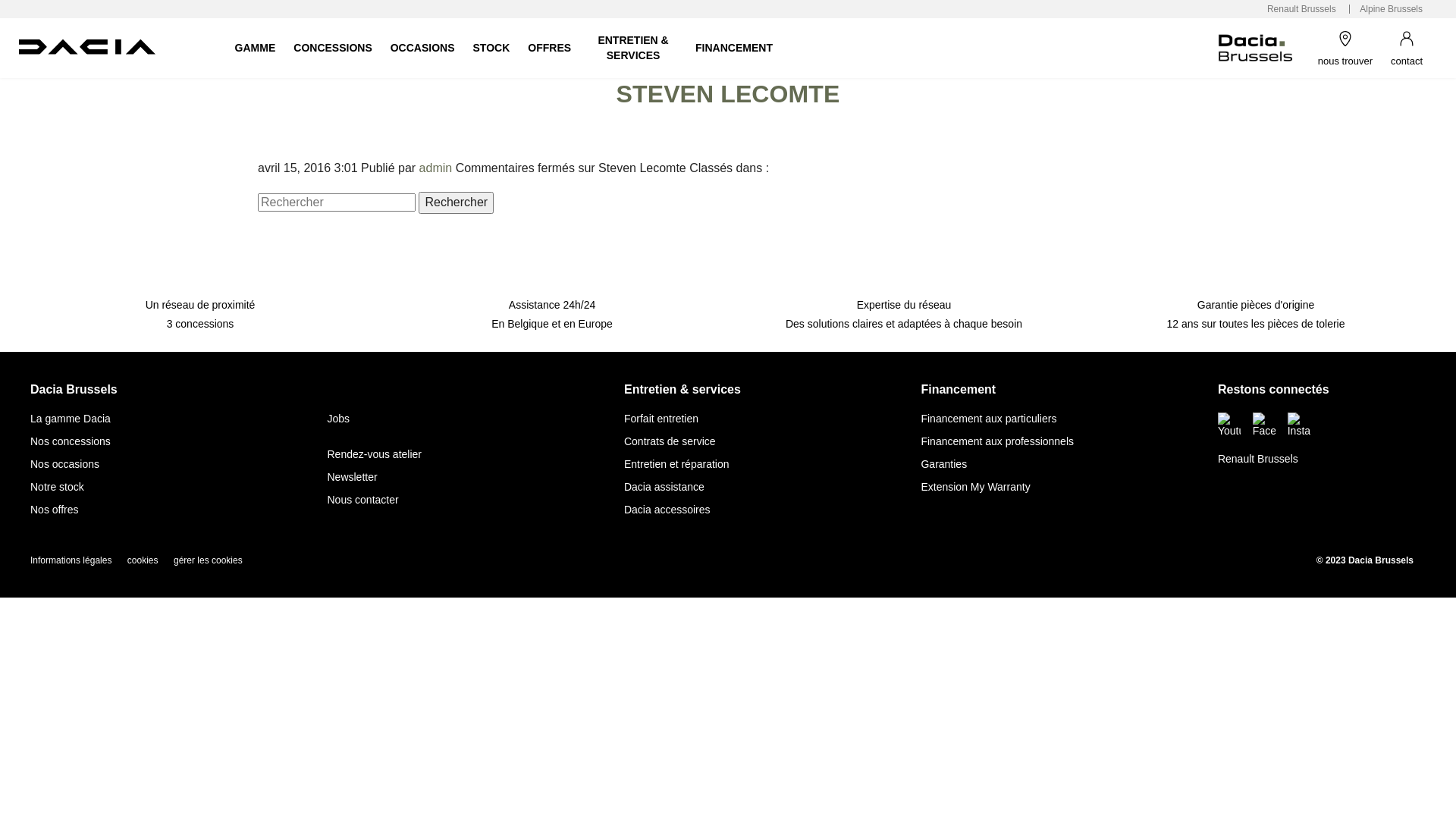  Describe the element at coordinates (997, 441) in the screenshot. I see `'Financement aux professionnels'` at that location.